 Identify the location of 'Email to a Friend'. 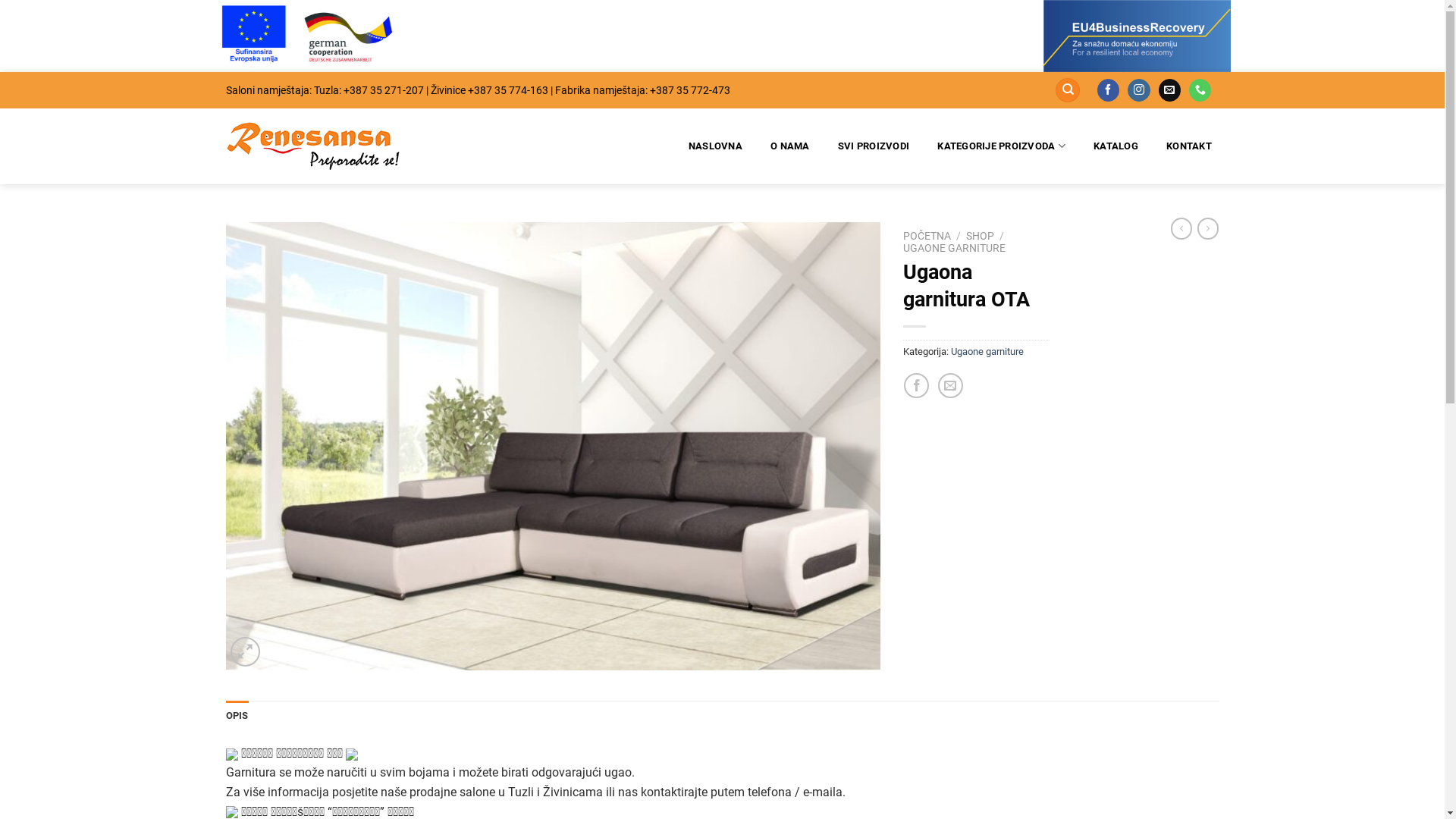
(949, 384).